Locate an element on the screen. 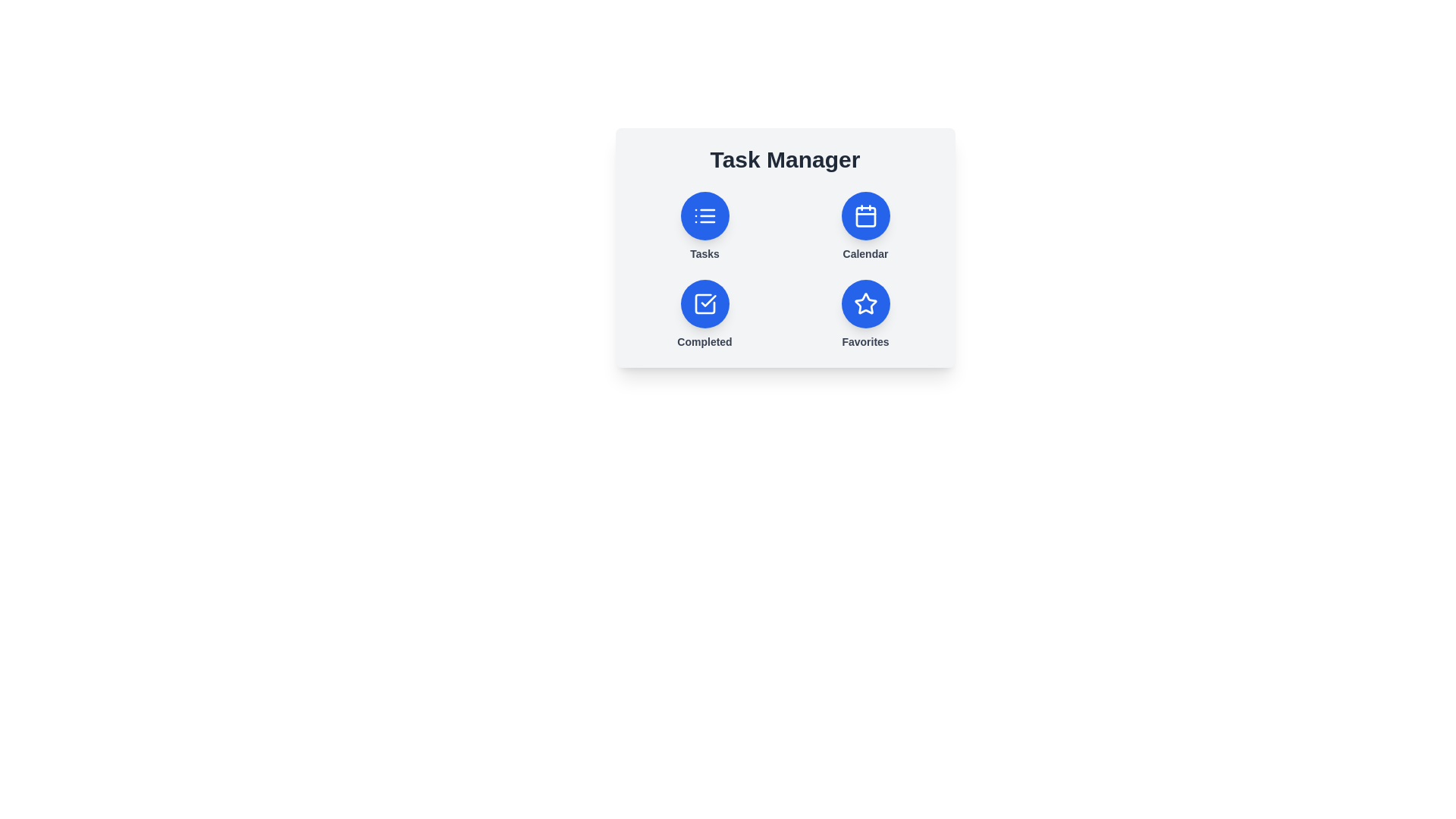  the 'Favorites' button located in the bottom-right corner of the grid in the 'Task Manager' section is located at coordinates (865, 314).